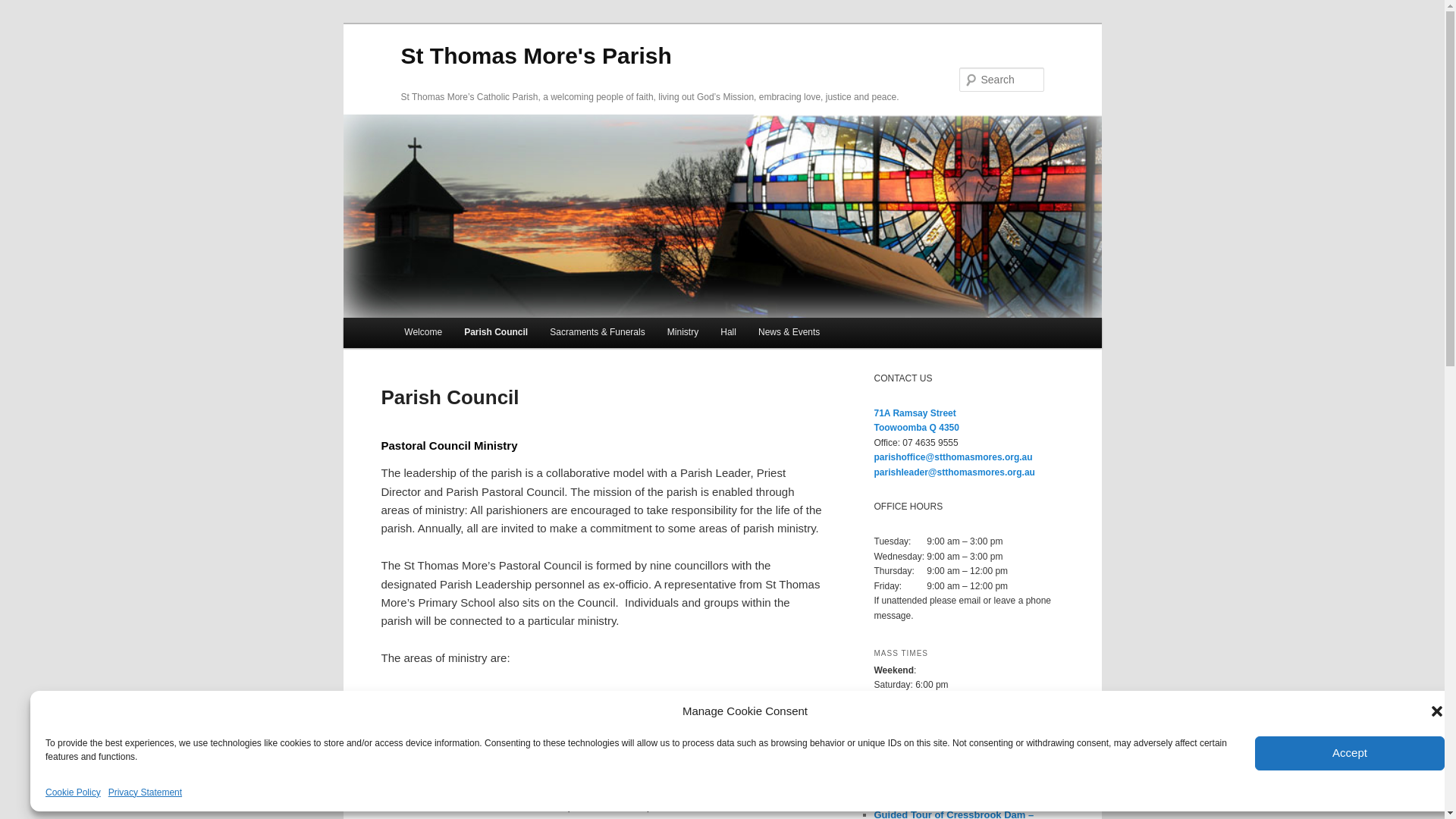 This screenshot has height=819, width=1456. I want to click on 'Ministry', so click(682, 332).